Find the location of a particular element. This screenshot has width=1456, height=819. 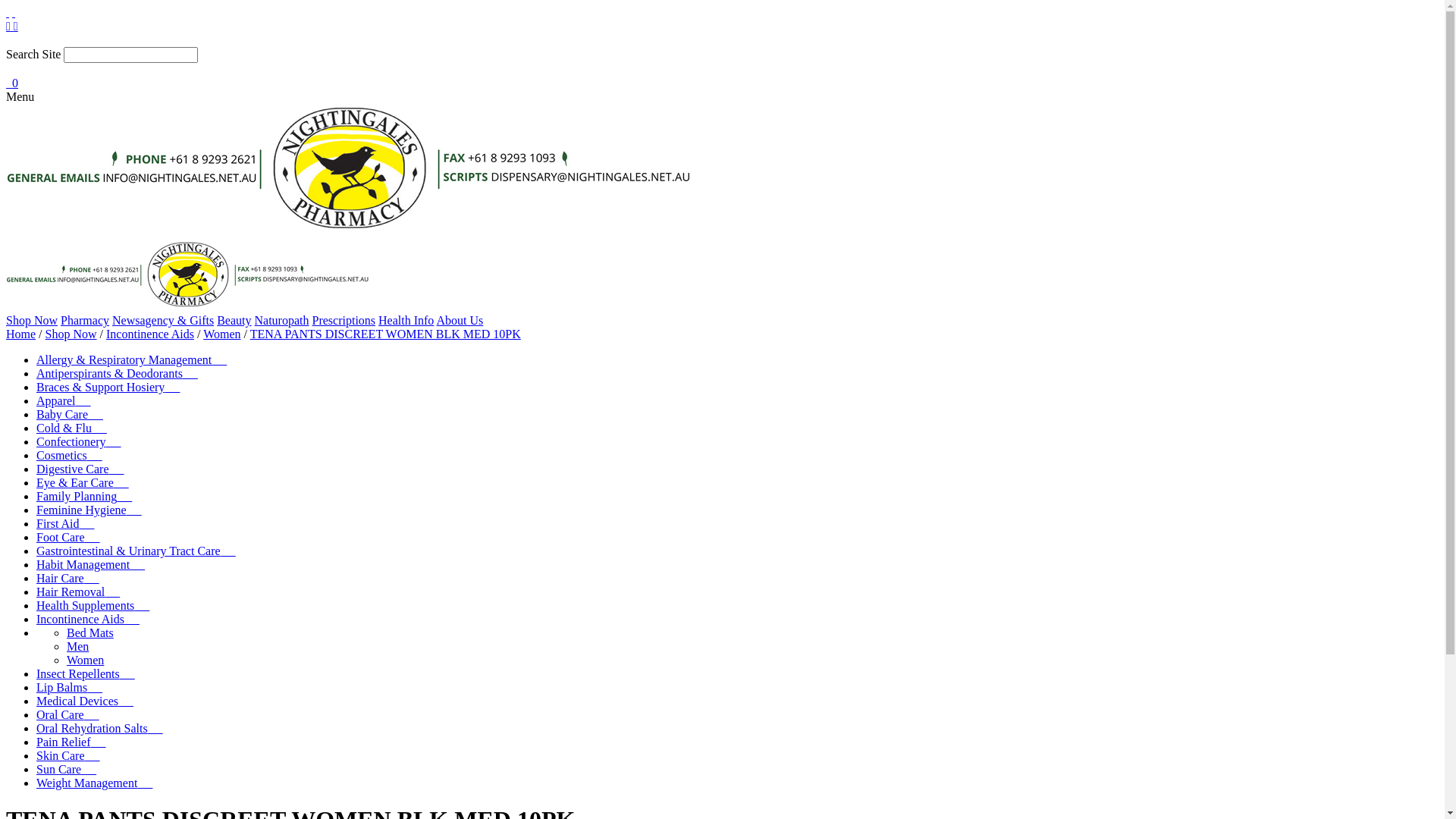

'Oral Rehydration Salts     ' is located at coordinates (99, 727).